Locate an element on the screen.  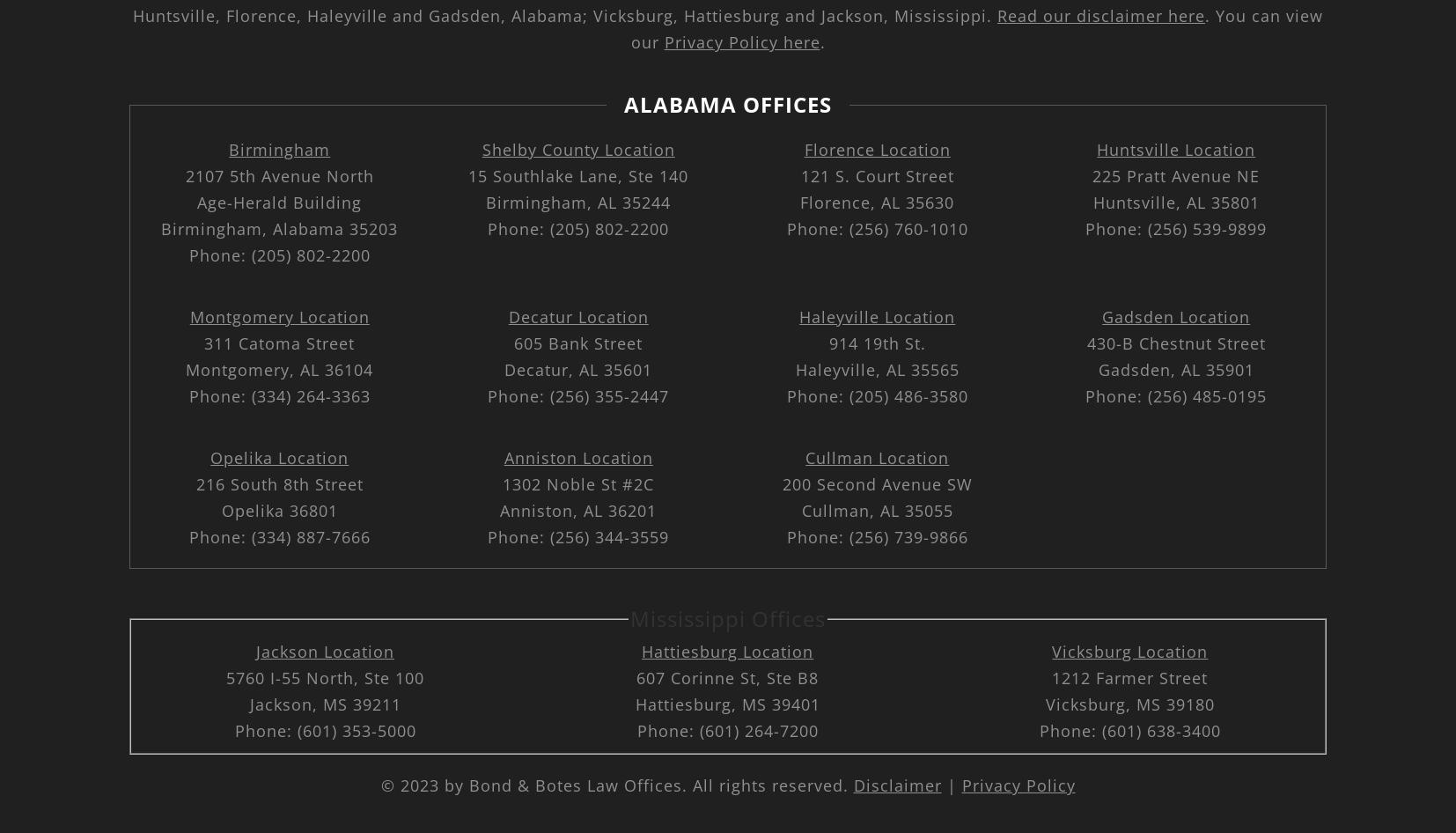
'430-B Chestnut Street' is located at coordinates (1175, 343).